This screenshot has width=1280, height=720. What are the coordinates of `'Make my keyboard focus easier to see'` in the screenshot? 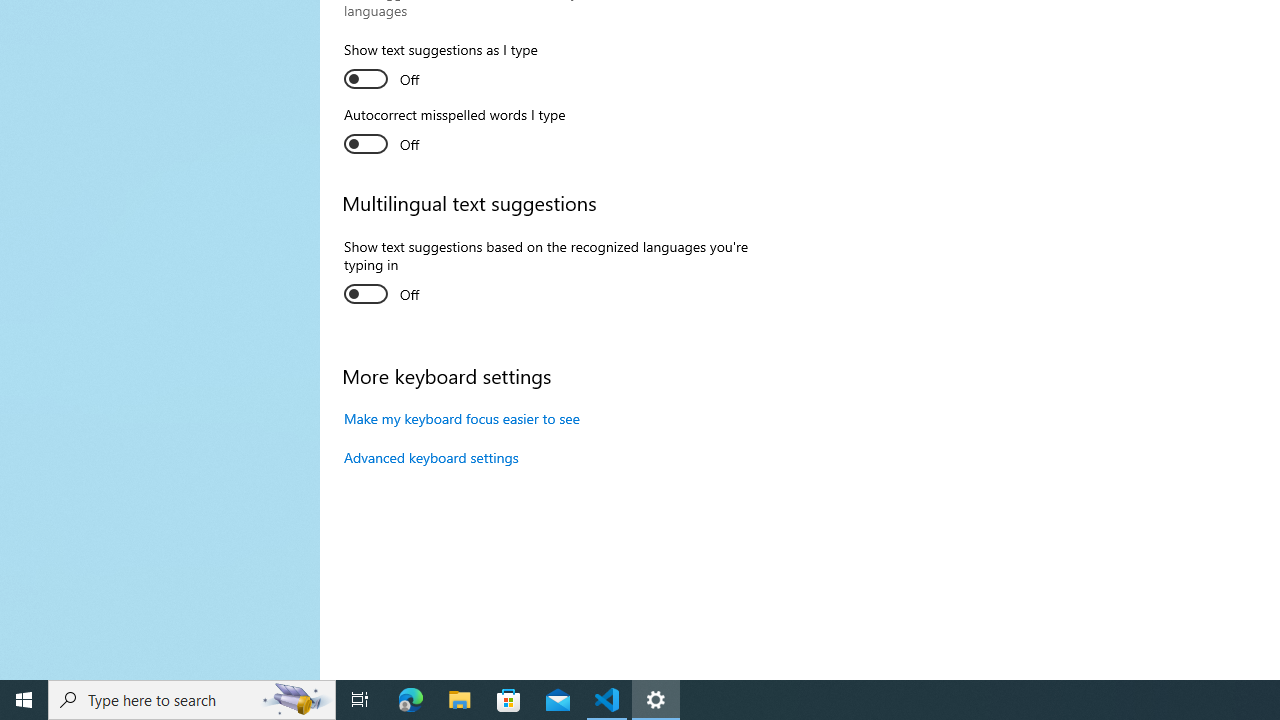 It's located at (461, 417).